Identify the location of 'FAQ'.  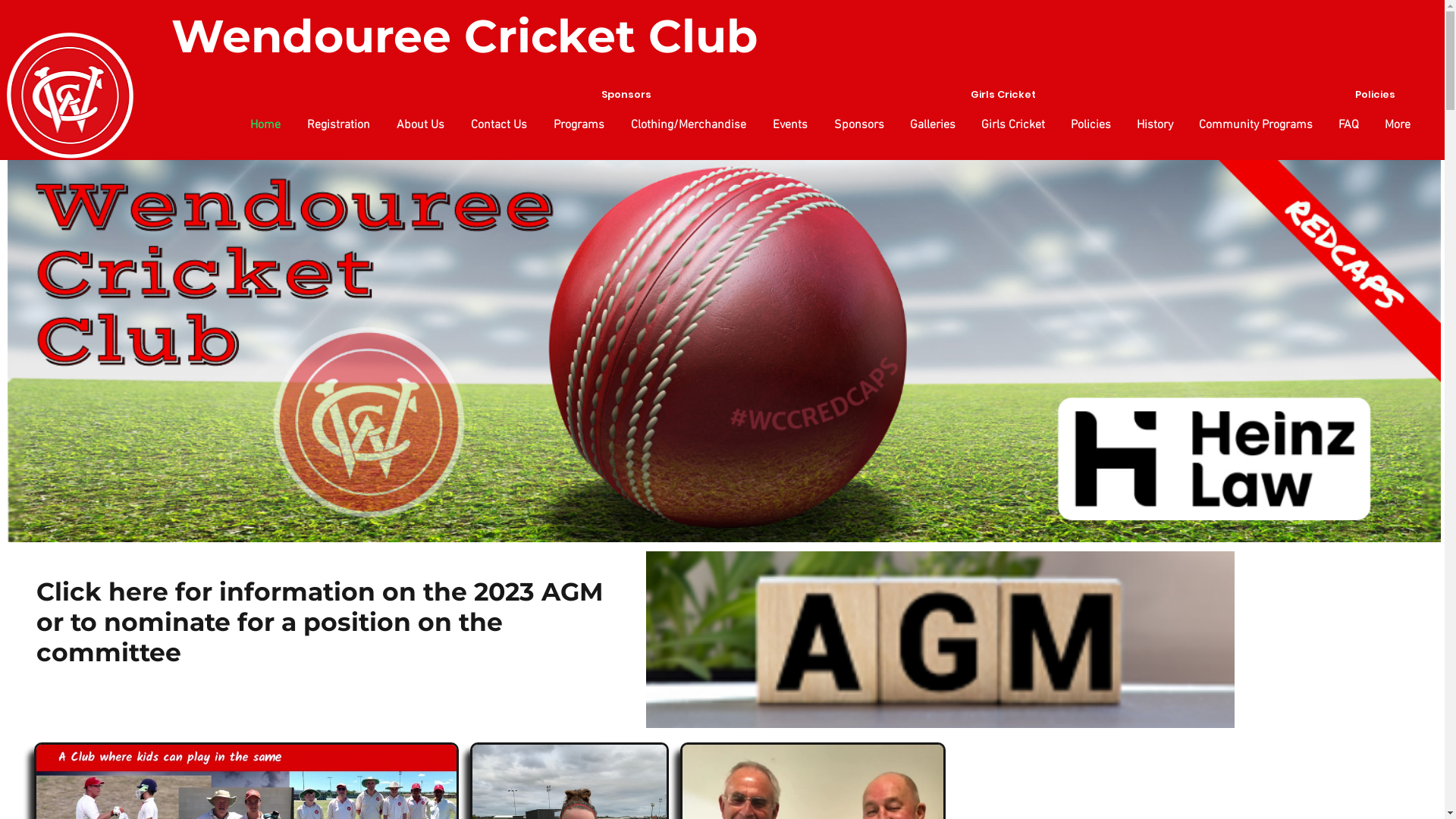
(1347, 124).